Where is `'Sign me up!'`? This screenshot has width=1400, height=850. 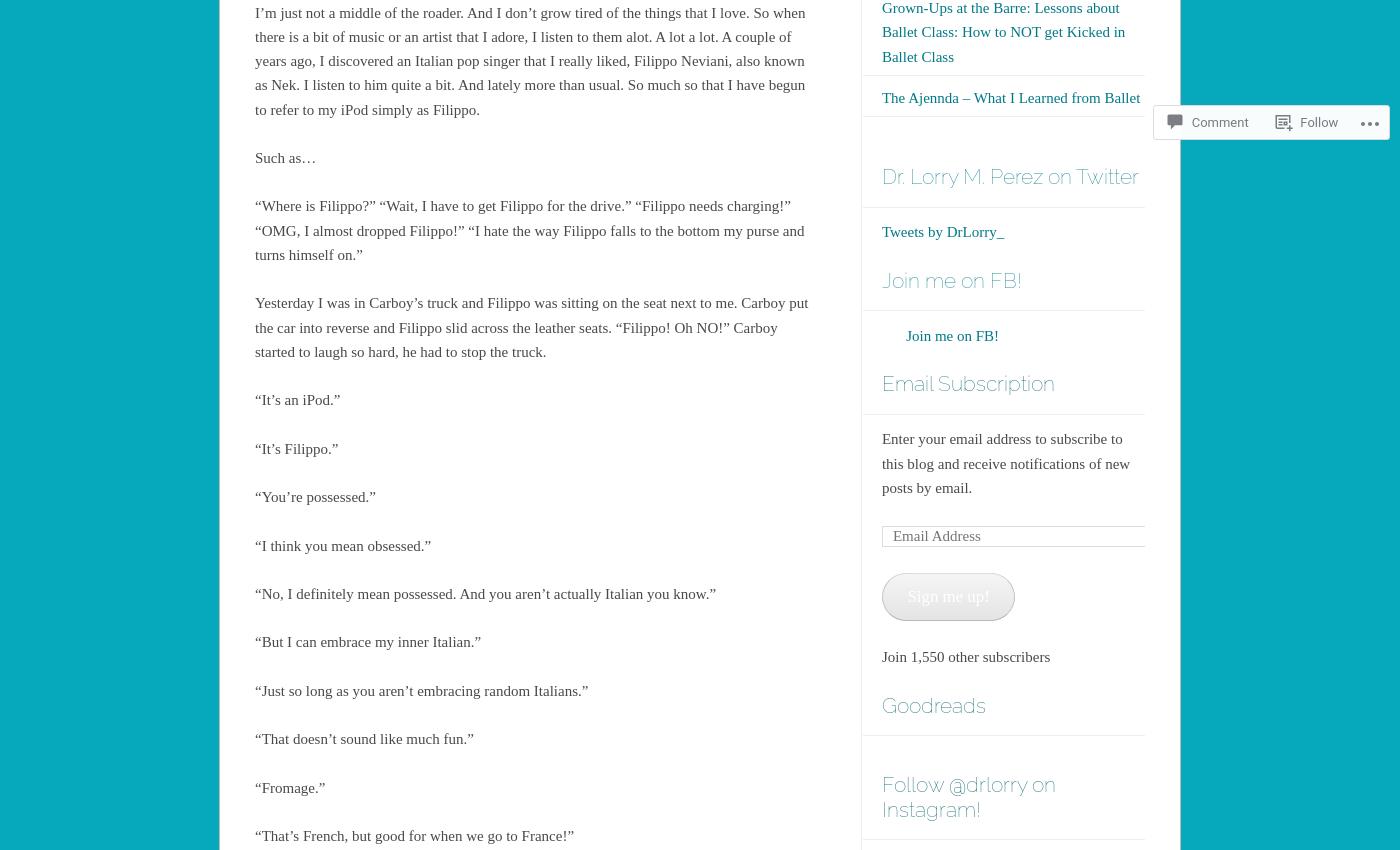 'Sign me up!' is located at coordinates (946, 595).